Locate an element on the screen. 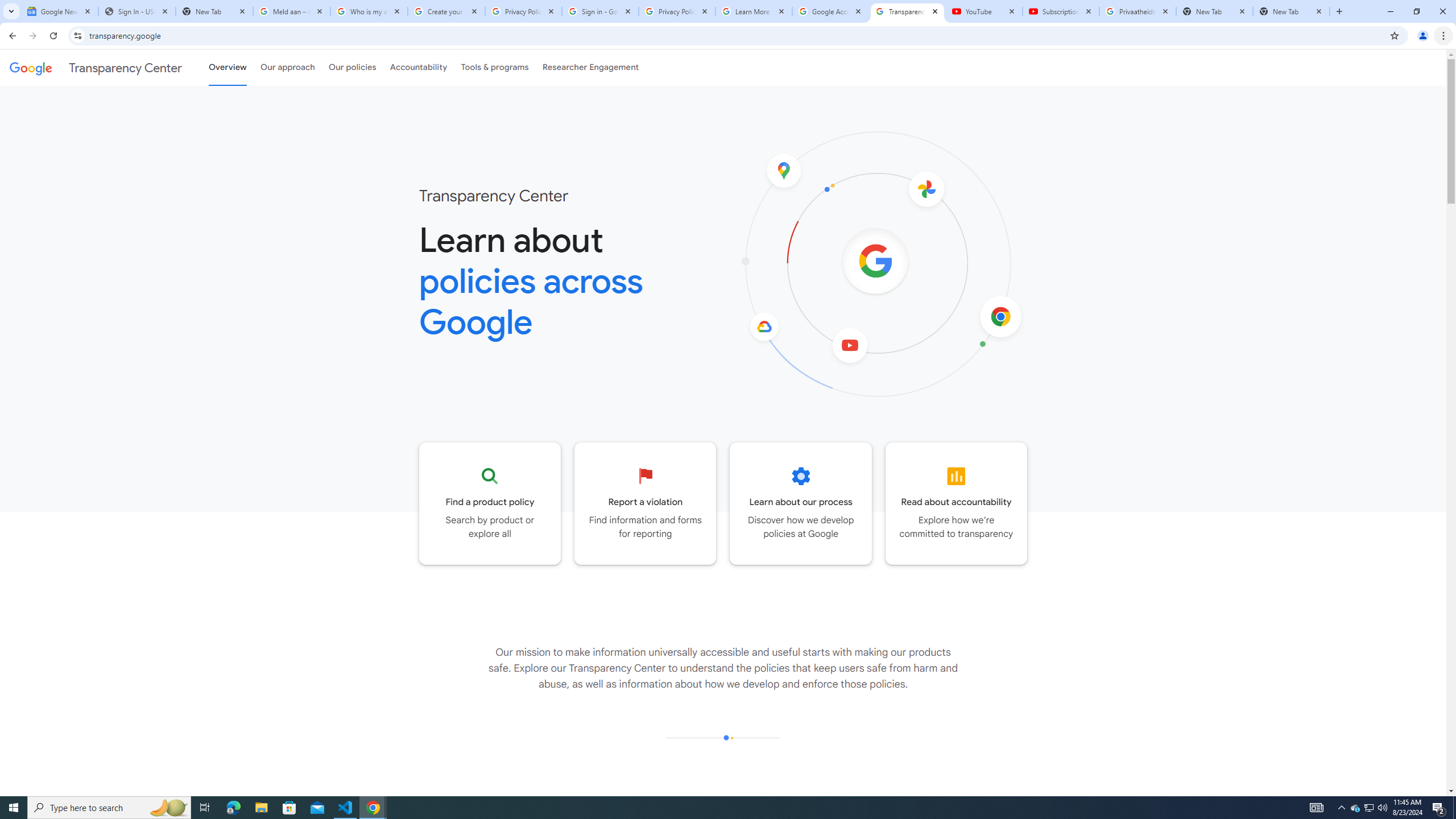 This screenshot has width=1456, height=819. 'Subscriptions - YouTube' is located at coordinates (1061, 11).